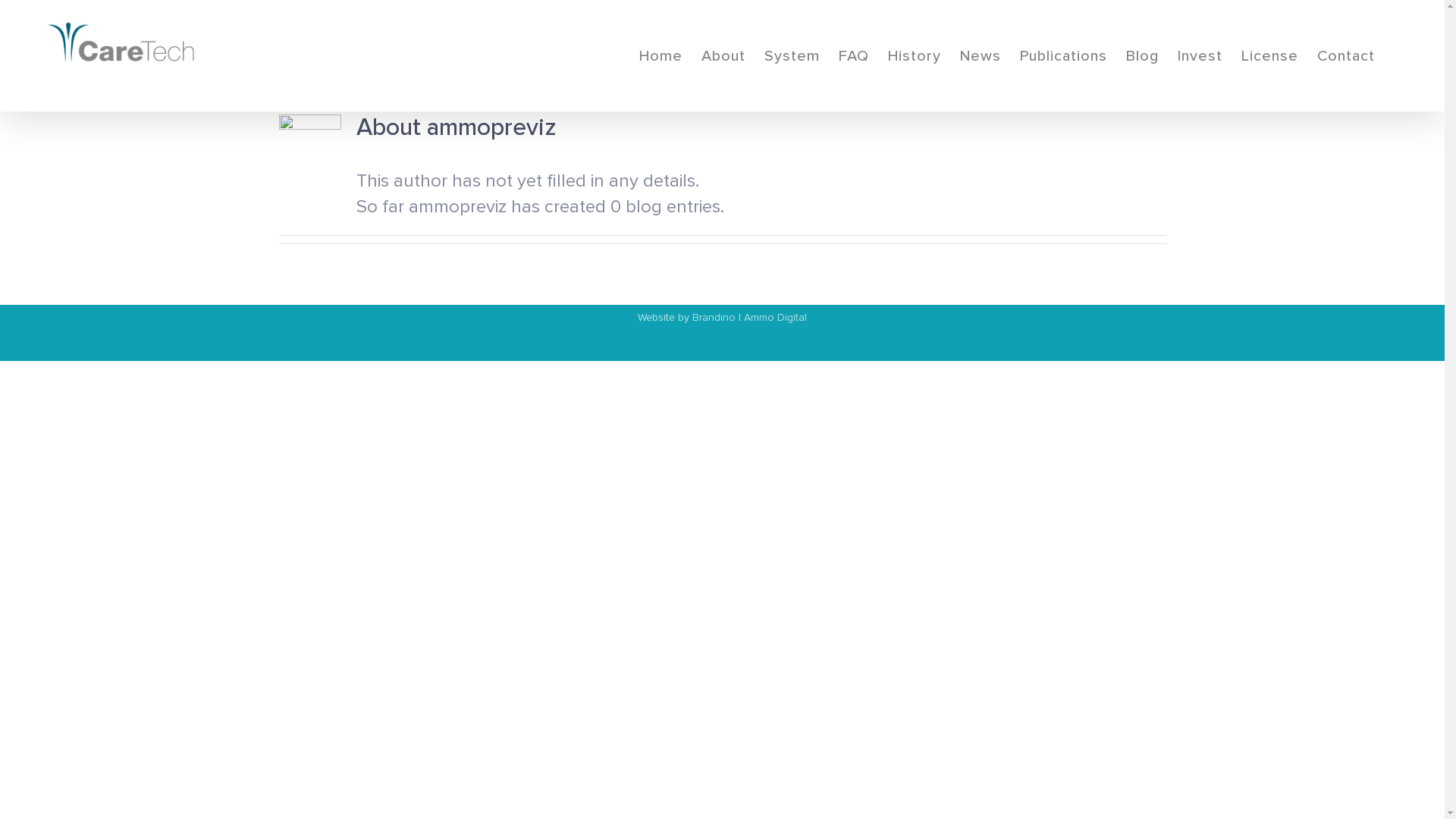  I want to click on 'Ammo Digital', so click(775, 316).